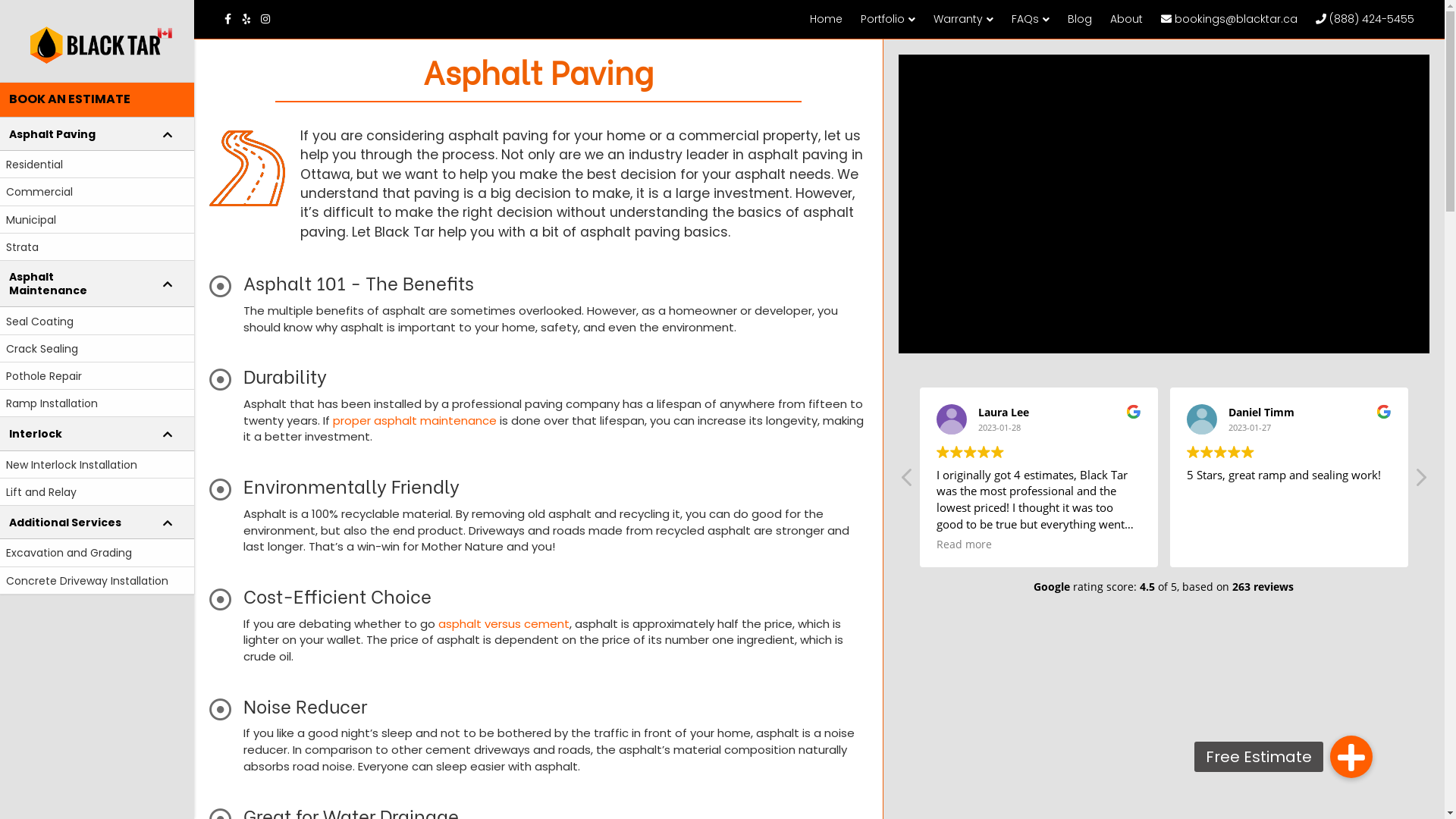 This screenshot has height=819, width=1456. What do you see at coordinates (1079, 18) in the screenshot?
I see `'Blog'` at bounding box center [1079, 18].